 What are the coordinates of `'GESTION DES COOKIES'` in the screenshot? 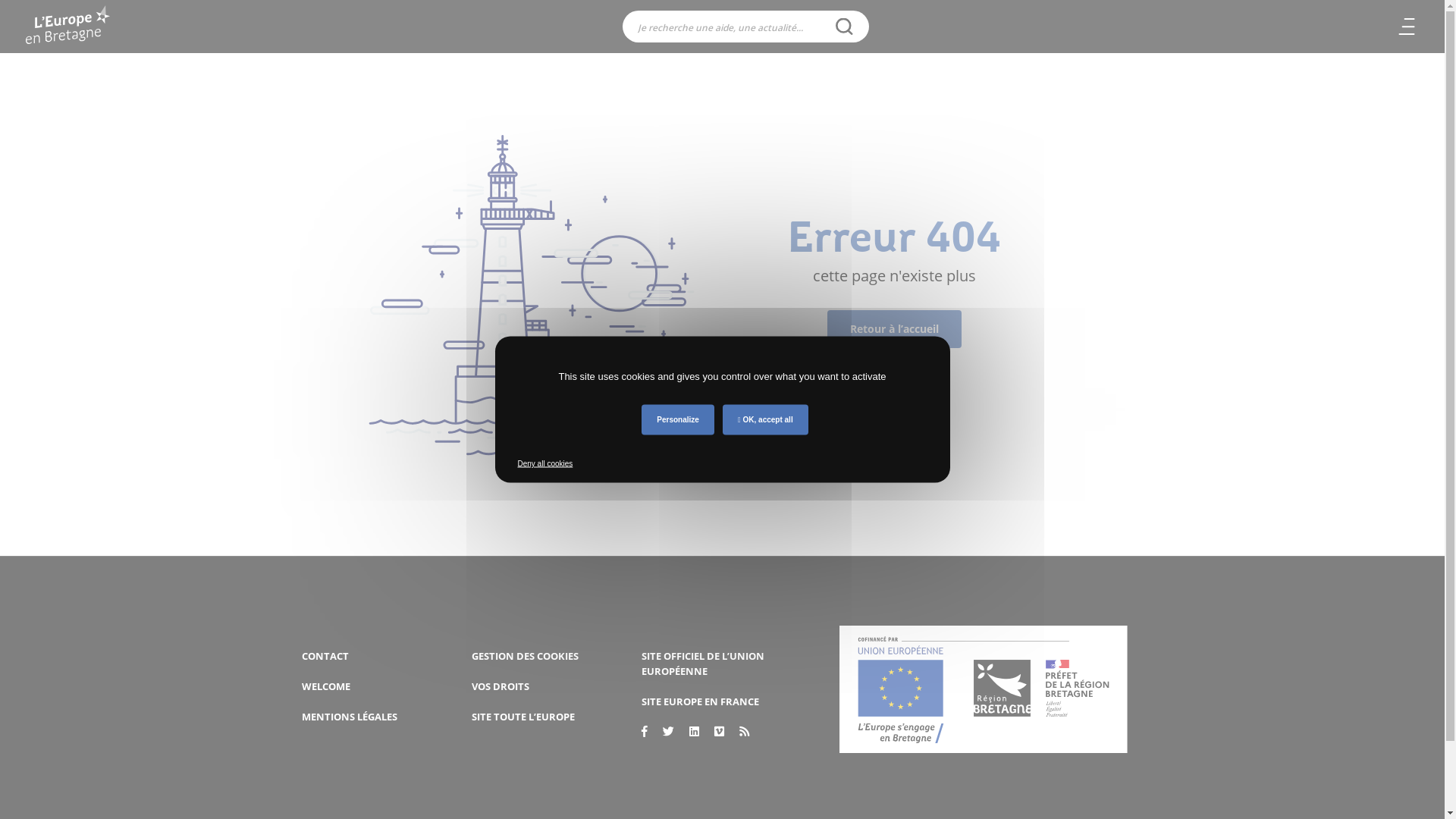 It's located at (471, 654).